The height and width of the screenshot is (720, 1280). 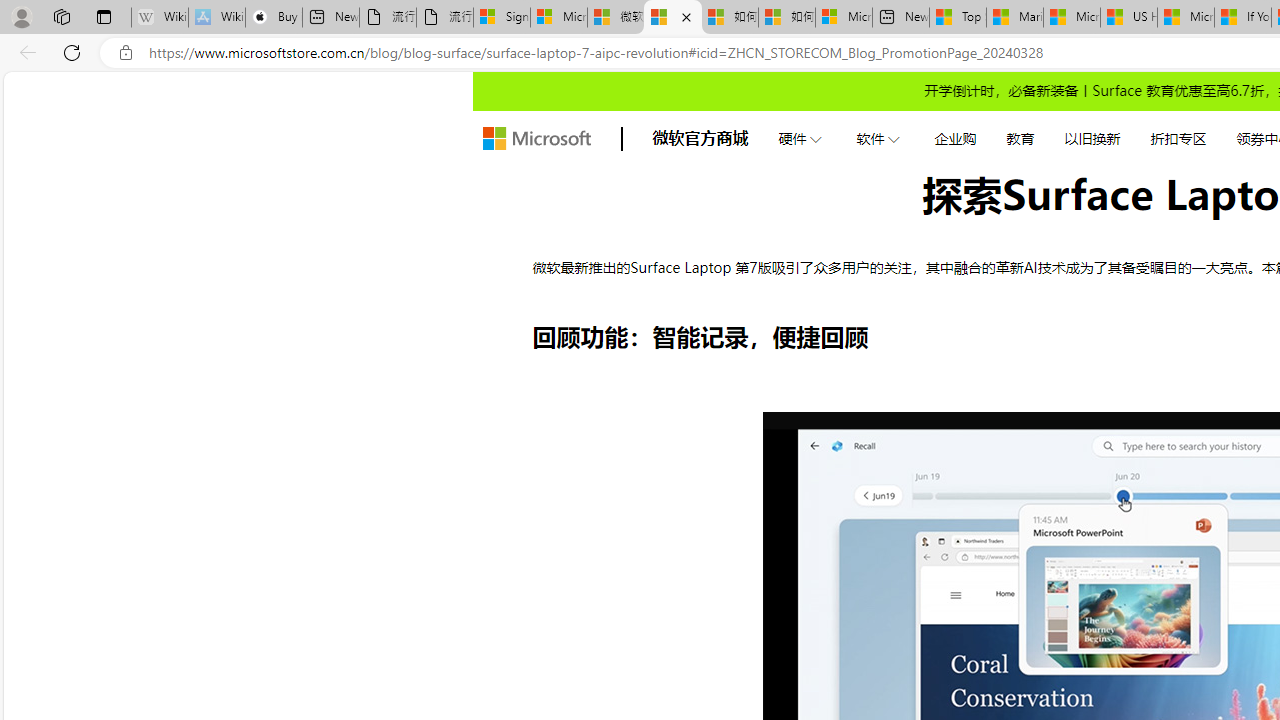 What do you see at coordinates (957, 17) in the screenshot?
I see `'Top Stories - MSN'` at bounding box center [957, 17].